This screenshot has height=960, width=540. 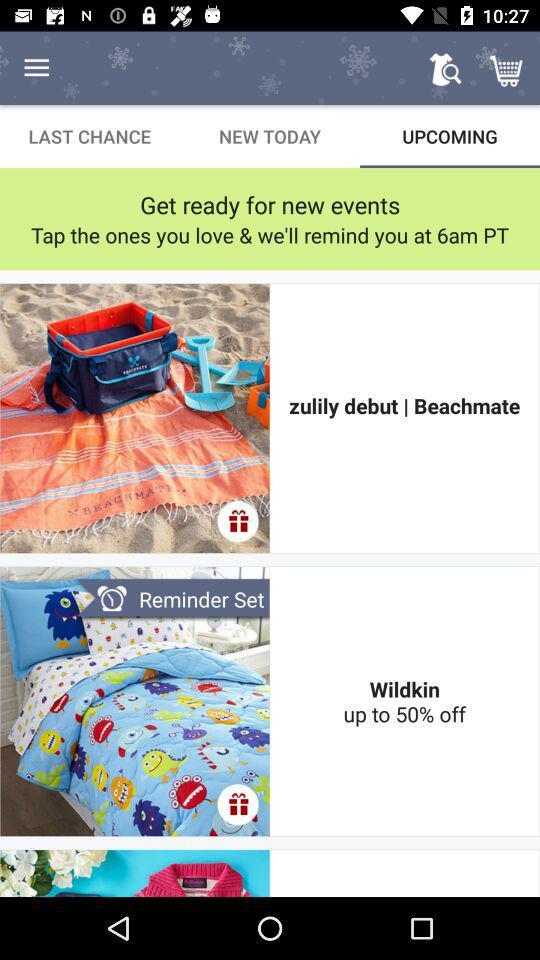 I want to click on icon above upcoming item, so click(x=445, y=68).